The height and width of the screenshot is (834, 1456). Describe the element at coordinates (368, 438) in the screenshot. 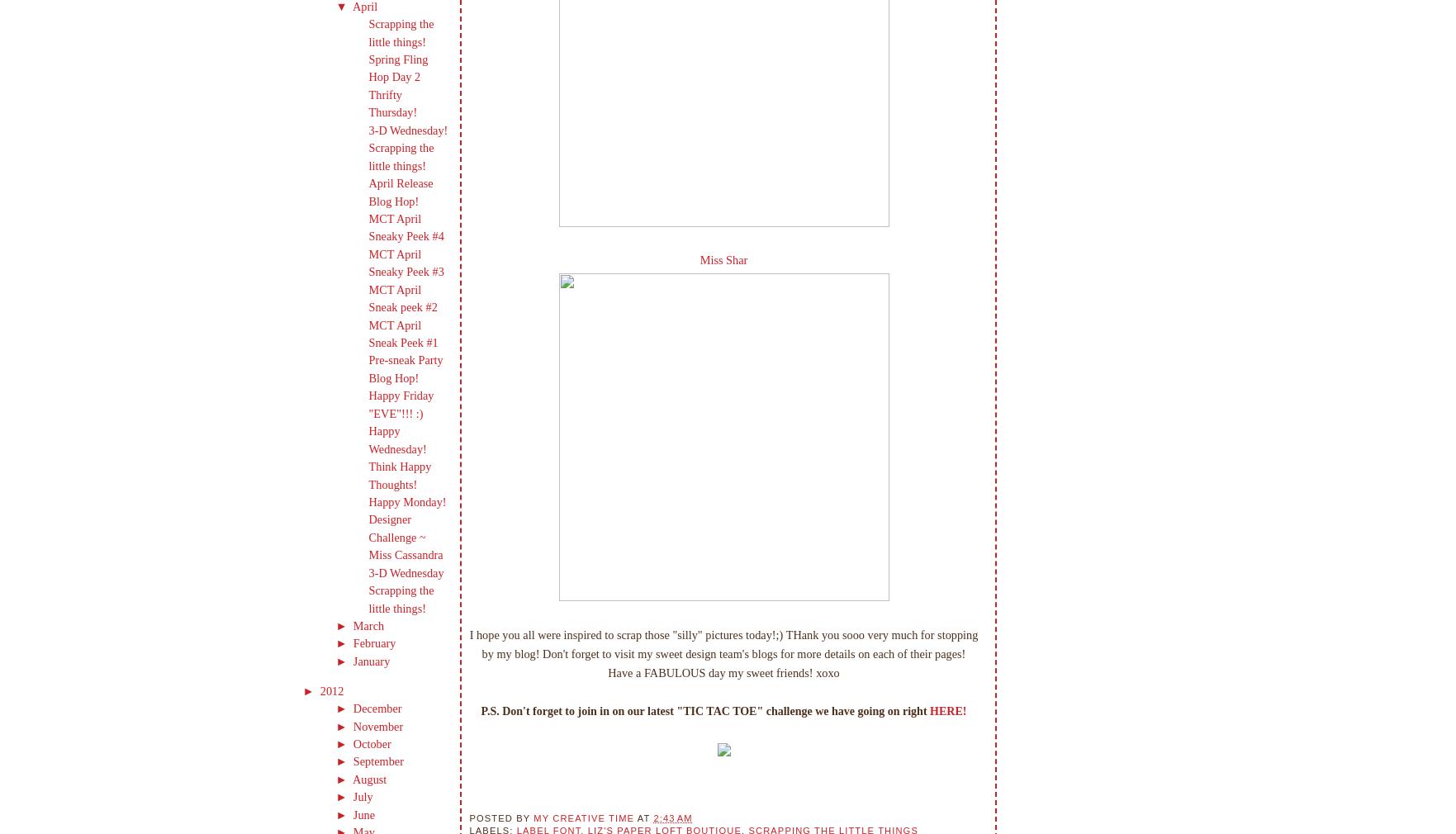

I see `'Happy Wednesday!'` at that location.